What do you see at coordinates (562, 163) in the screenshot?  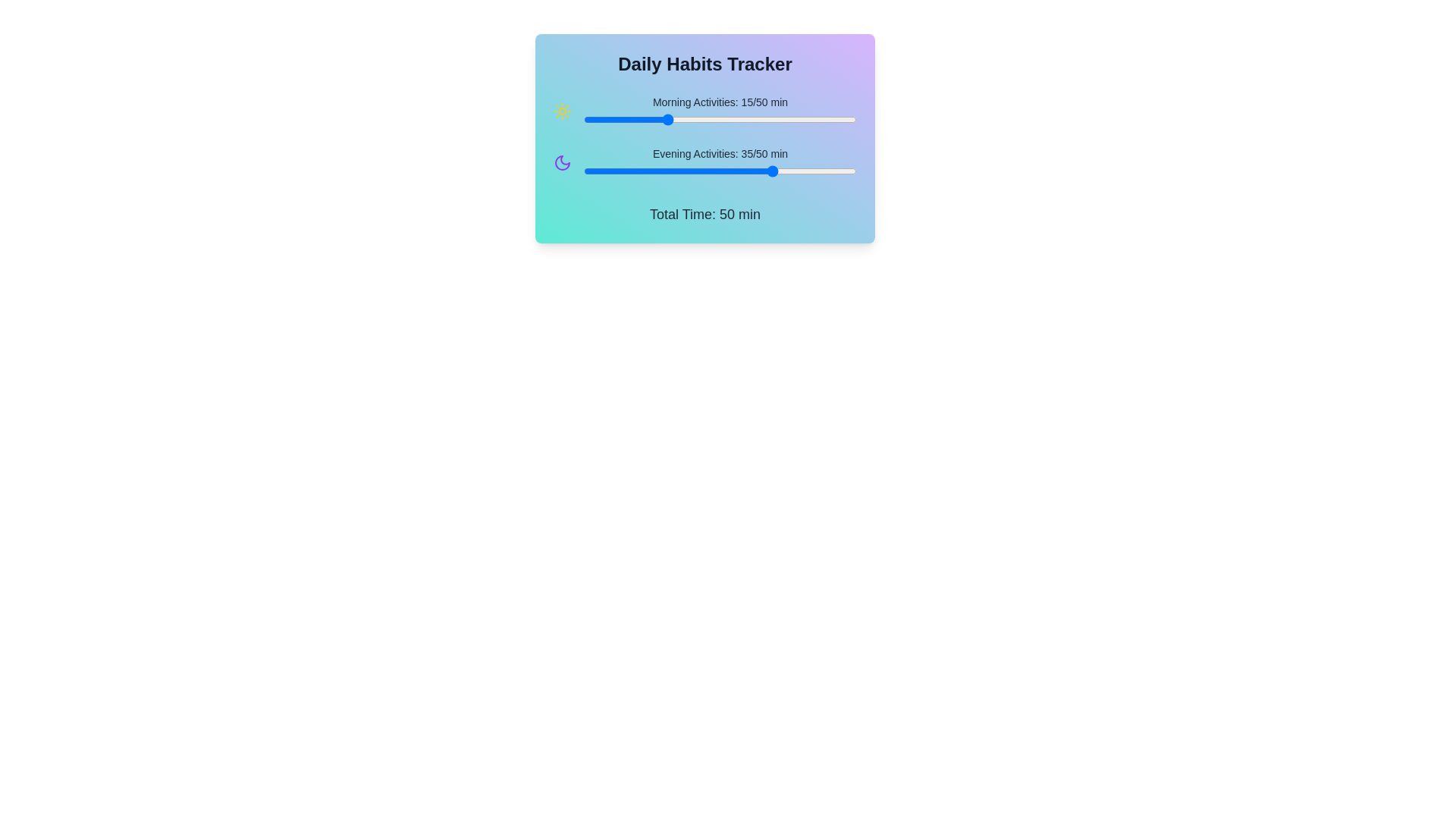 I see `the crescent moon icon with a purple outline, which is the second graphical icon in the list, positioned left of the 'Evening Activities' label` at bounding box center [562, 163].